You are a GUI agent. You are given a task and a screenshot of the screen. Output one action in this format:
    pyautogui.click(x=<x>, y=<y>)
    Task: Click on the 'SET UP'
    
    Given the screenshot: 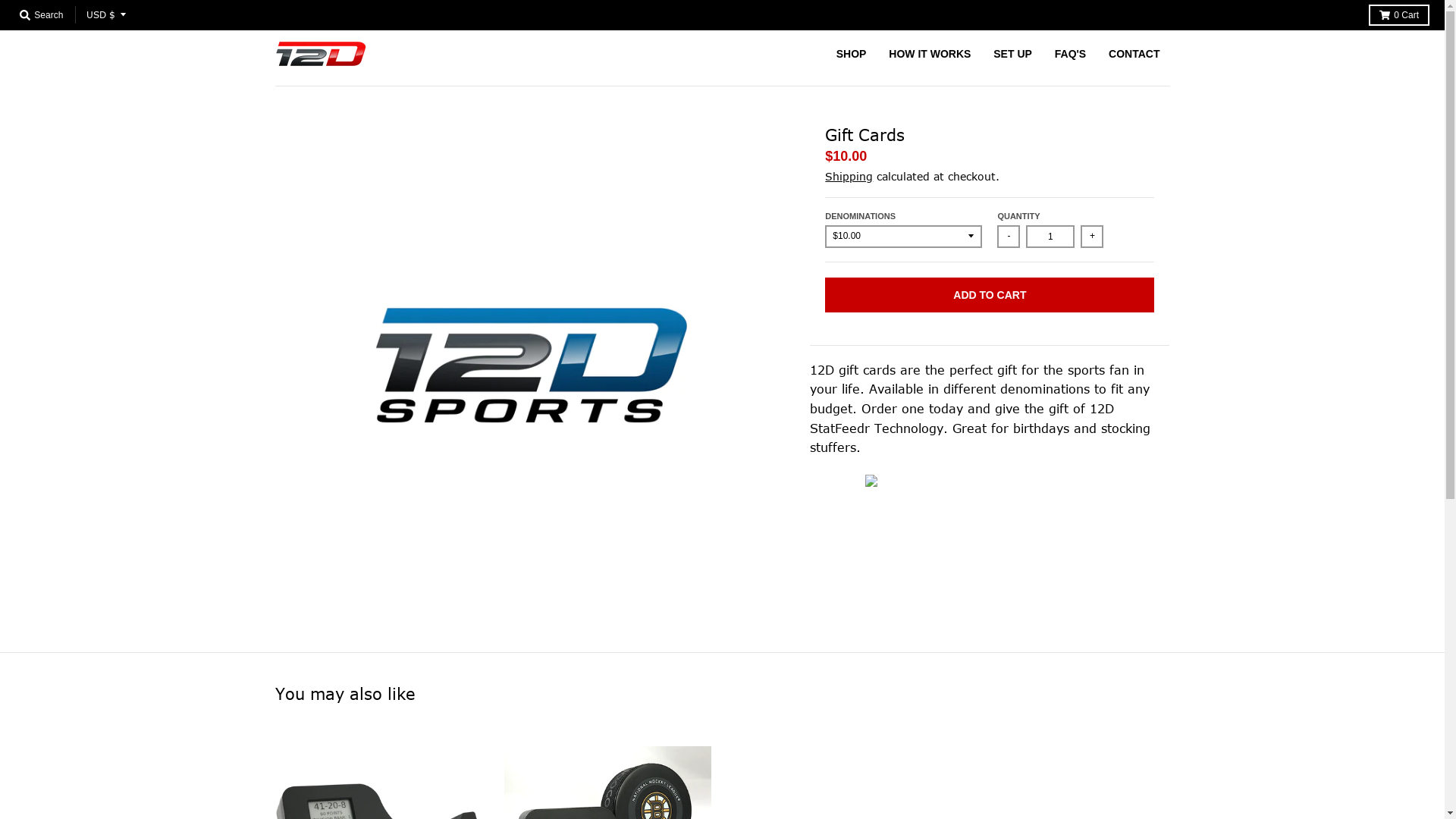 What is the action you would take?
    pyautogui.click(x=1012, y=52)
    